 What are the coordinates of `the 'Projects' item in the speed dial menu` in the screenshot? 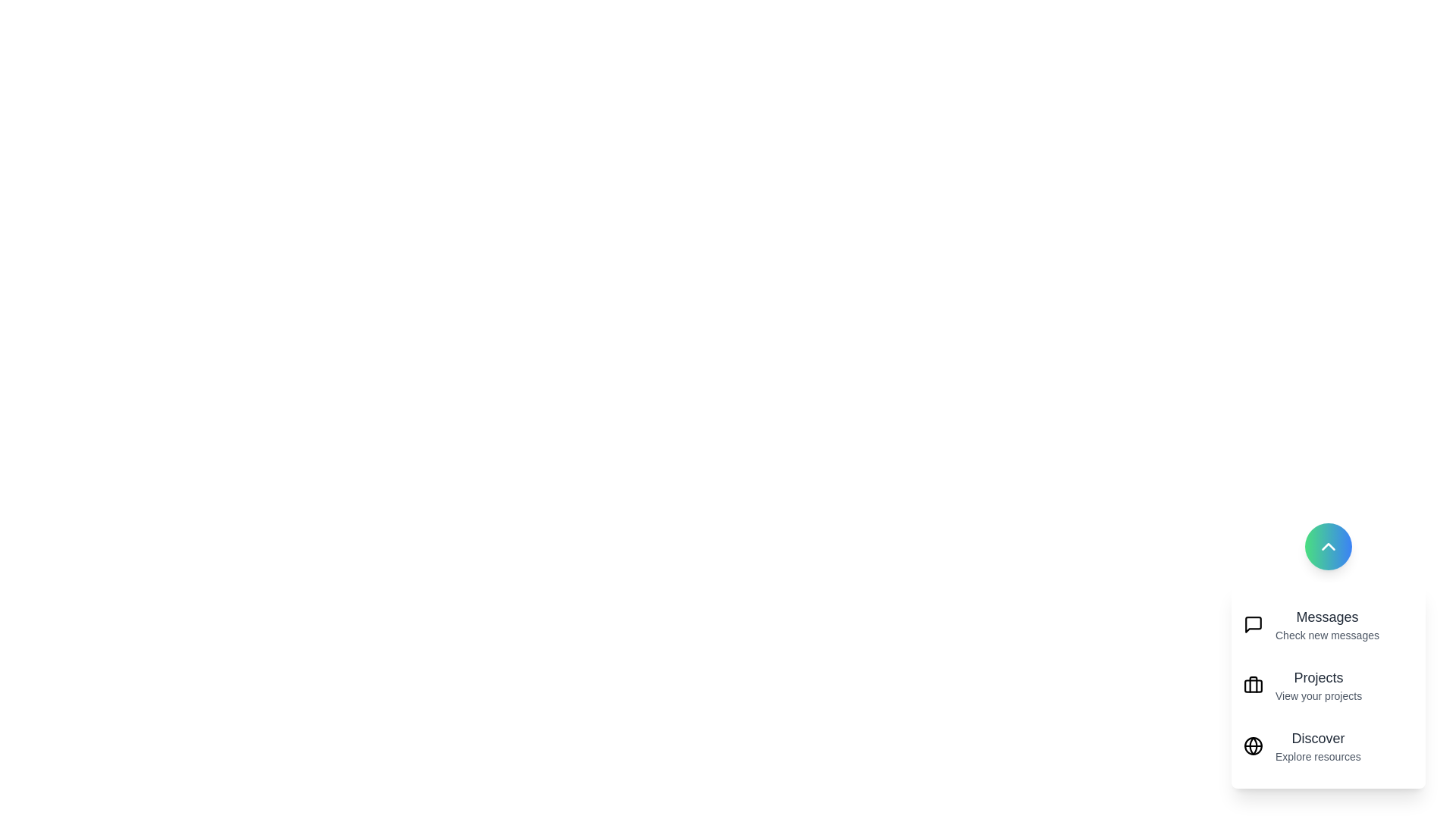 It's located at (1328, 685).